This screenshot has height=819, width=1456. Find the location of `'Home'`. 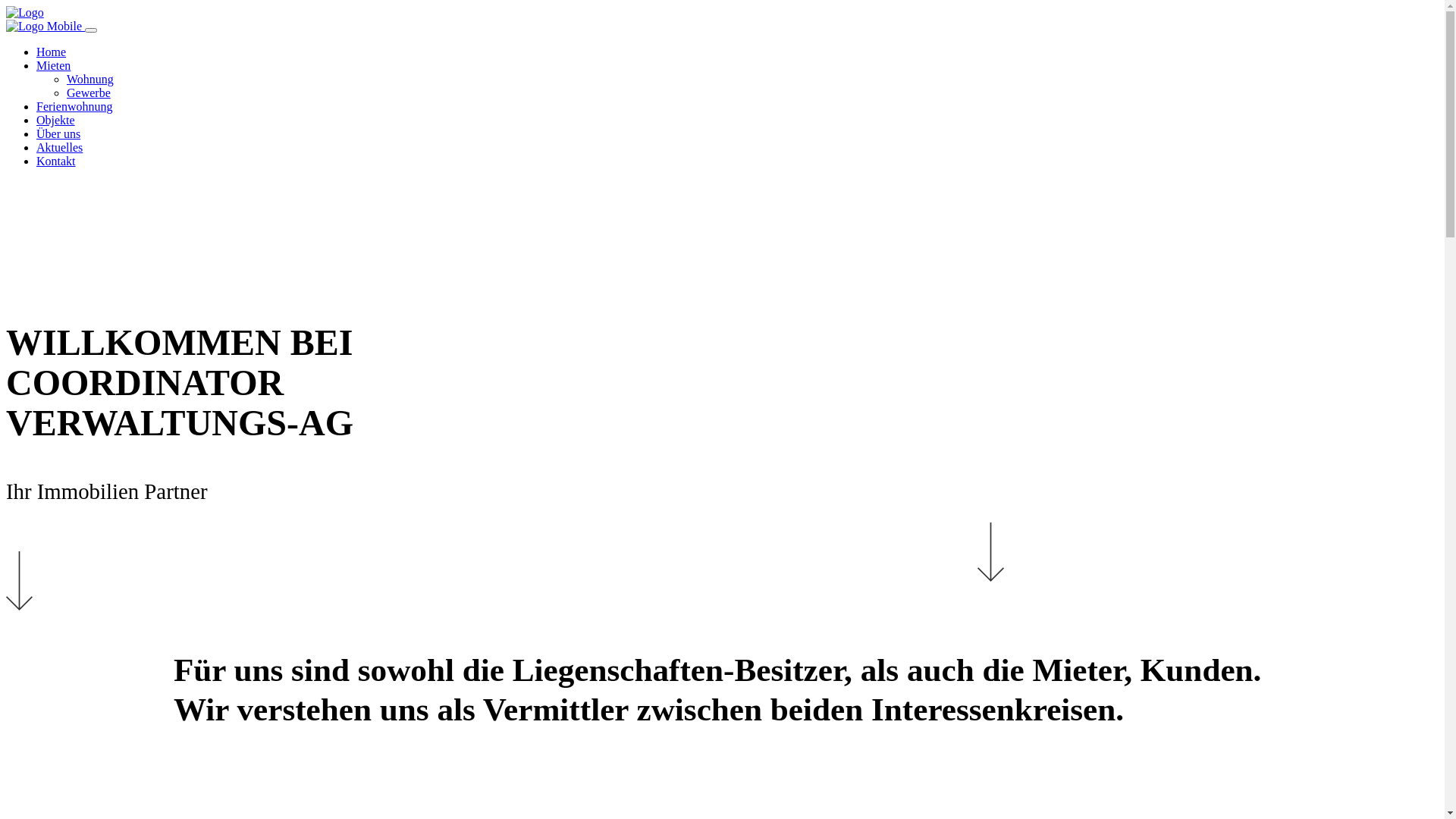

'Home' is located at coordinates (36, 51).